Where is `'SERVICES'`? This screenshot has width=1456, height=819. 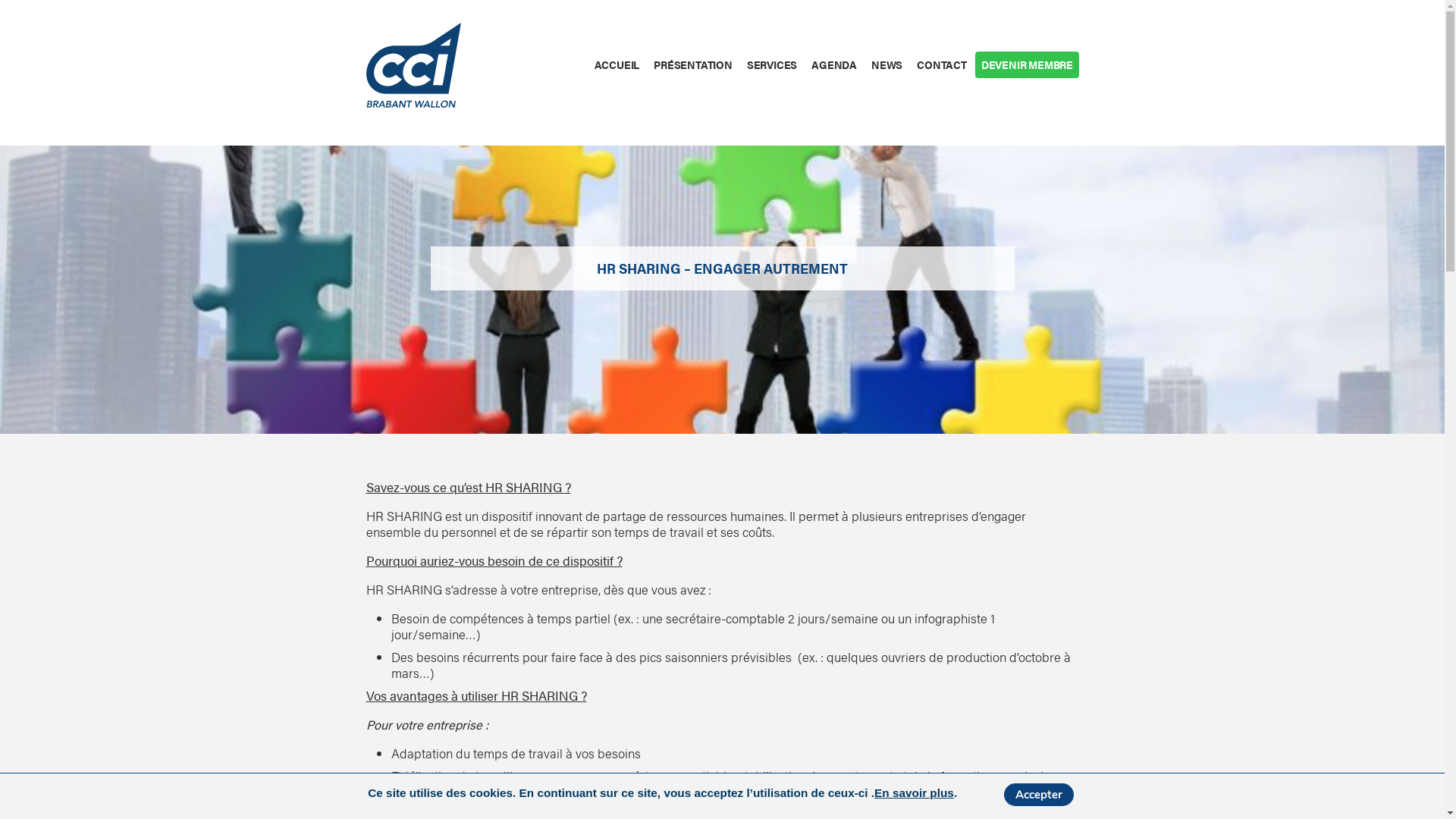
'SERVICES' is located at coordinates (771, 64).